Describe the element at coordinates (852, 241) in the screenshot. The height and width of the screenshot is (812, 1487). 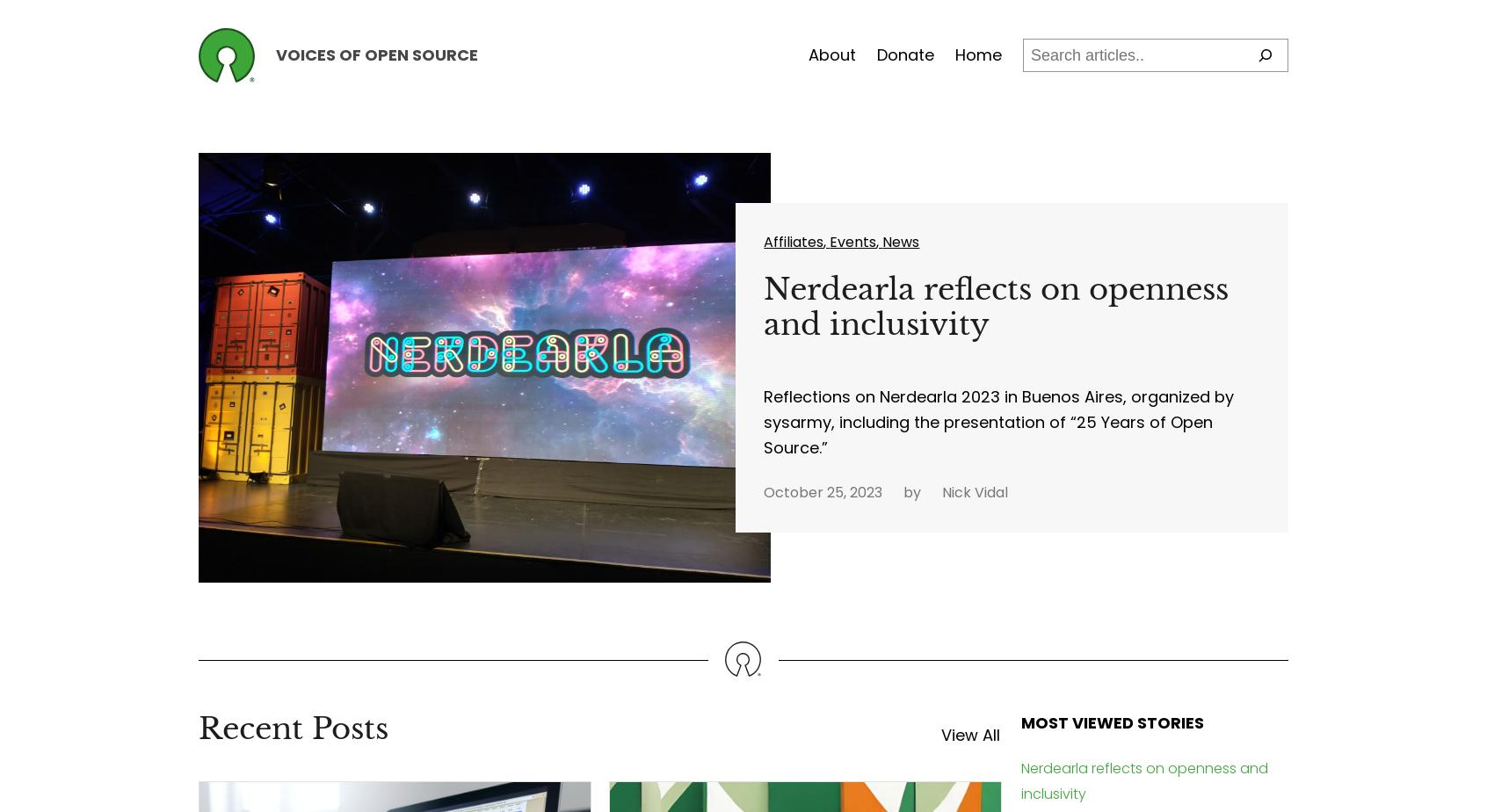
I see `'Events'` at that location.